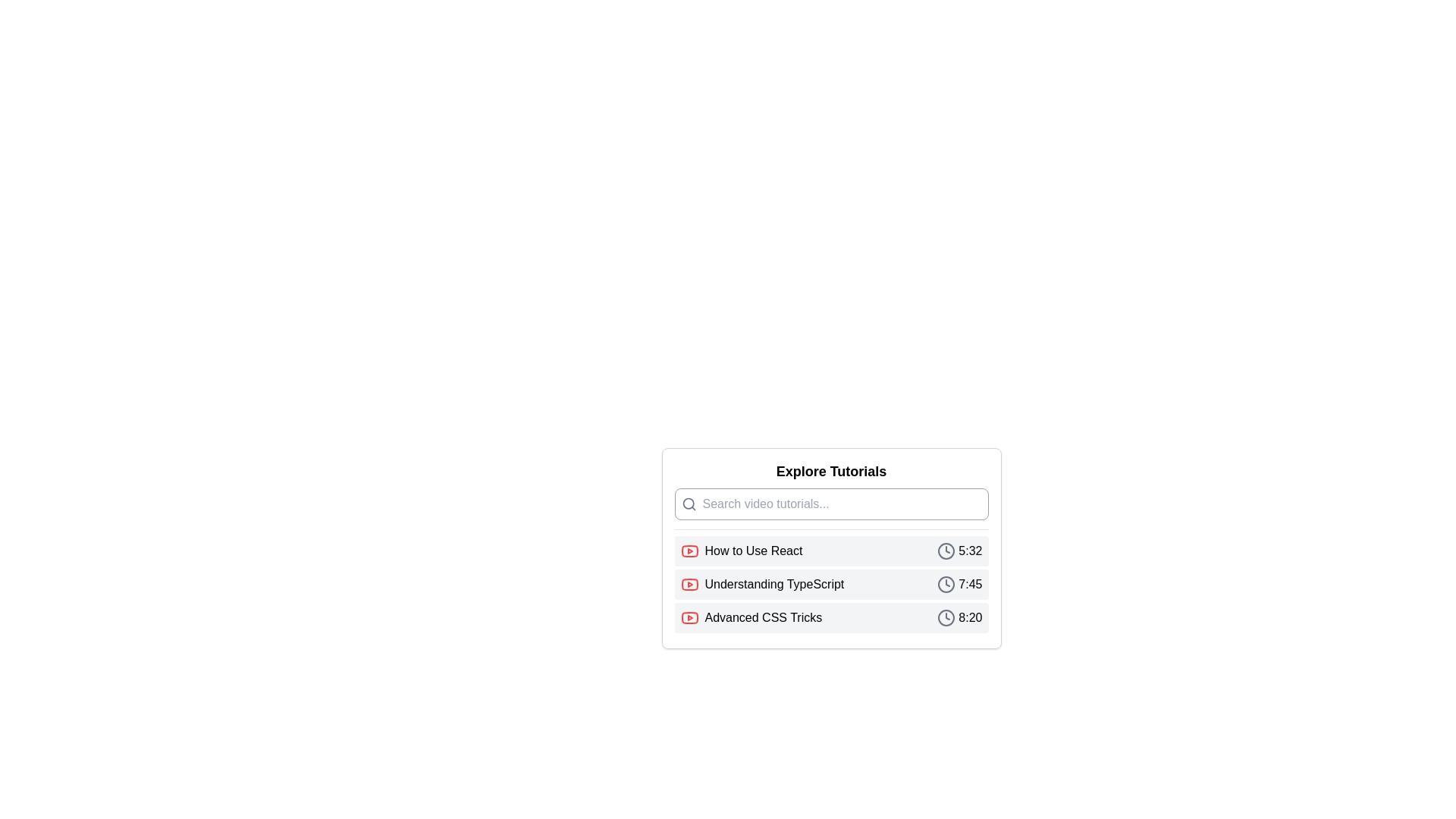 The width and height of the screenshot is (1456, 819). What do you see at coordinates (762, 584) in the screenshot?
I see `the tutorial title 'Understanding TypeScript', which is the second entry in the list under 'Explore Tutorials', located between 'How to Use React' and 'Advanced CSS Tricks'` at bounding box center [762, 584].